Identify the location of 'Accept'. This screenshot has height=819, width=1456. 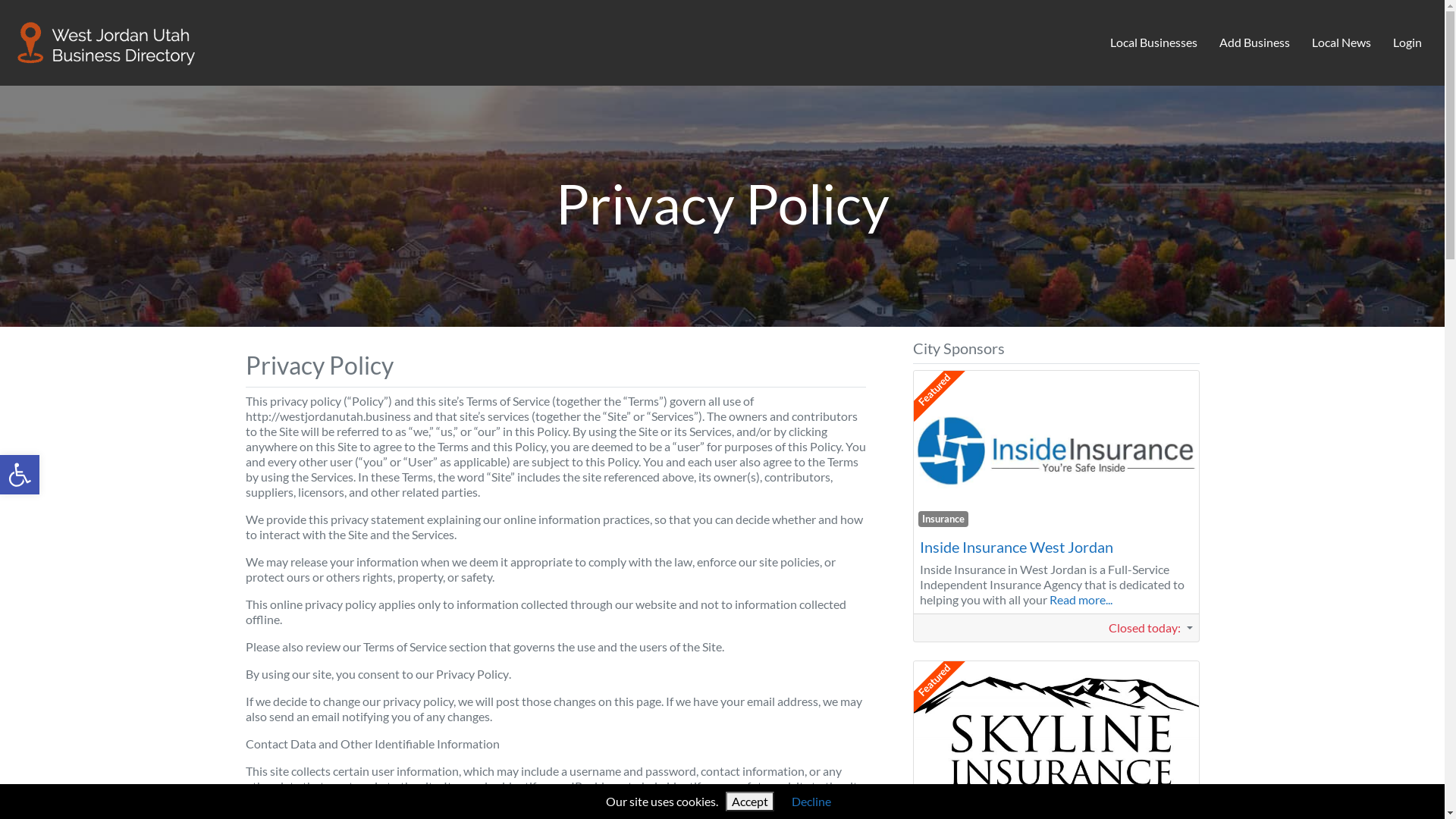
(749, 800).